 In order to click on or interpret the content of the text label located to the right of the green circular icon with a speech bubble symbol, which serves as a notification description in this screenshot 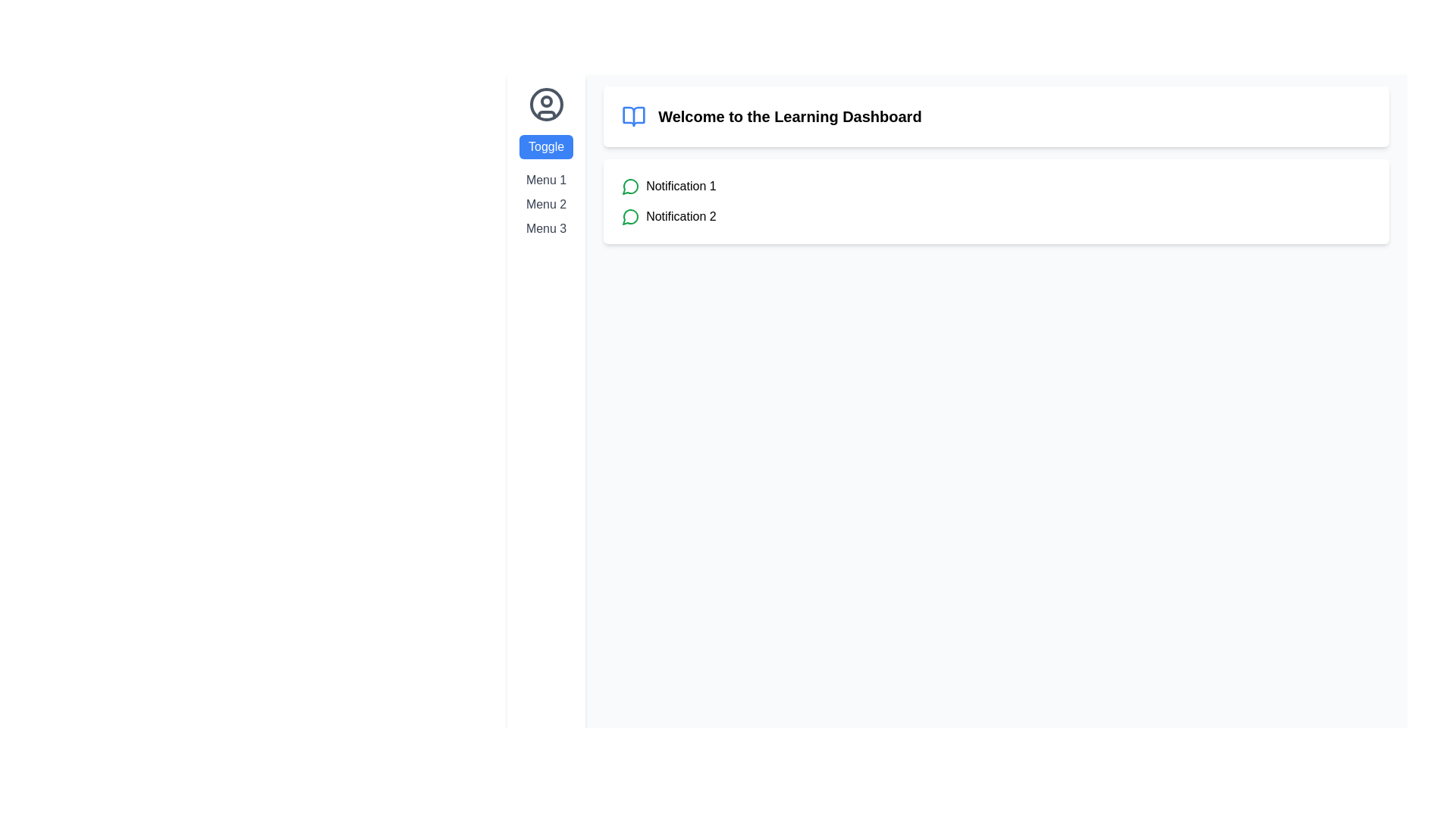, I will do `click(680, 186)`.